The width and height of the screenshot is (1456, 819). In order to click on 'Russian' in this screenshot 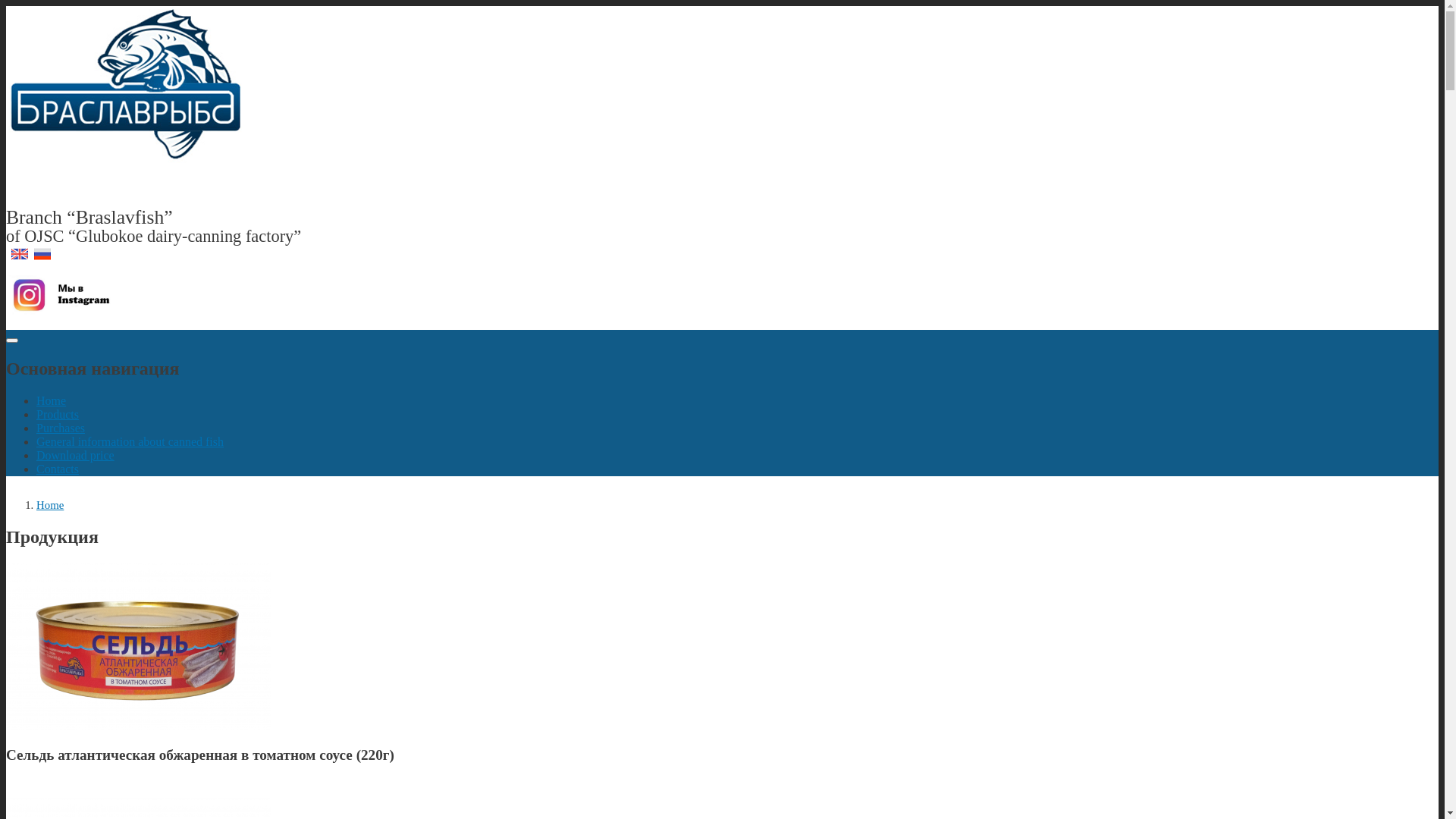, I will do `click(42, 253)`.